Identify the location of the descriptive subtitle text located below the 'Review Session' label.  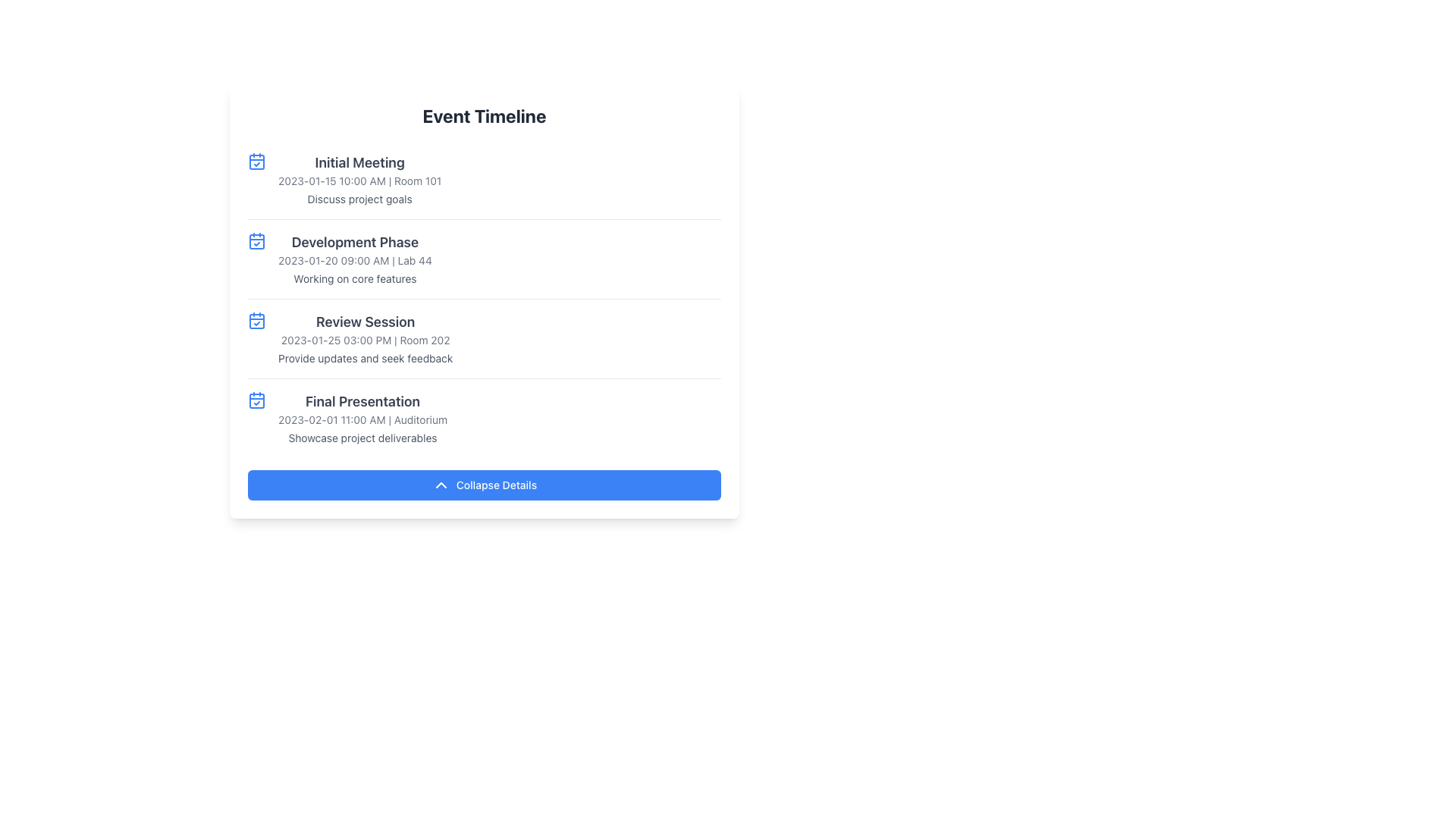
(366, 359).